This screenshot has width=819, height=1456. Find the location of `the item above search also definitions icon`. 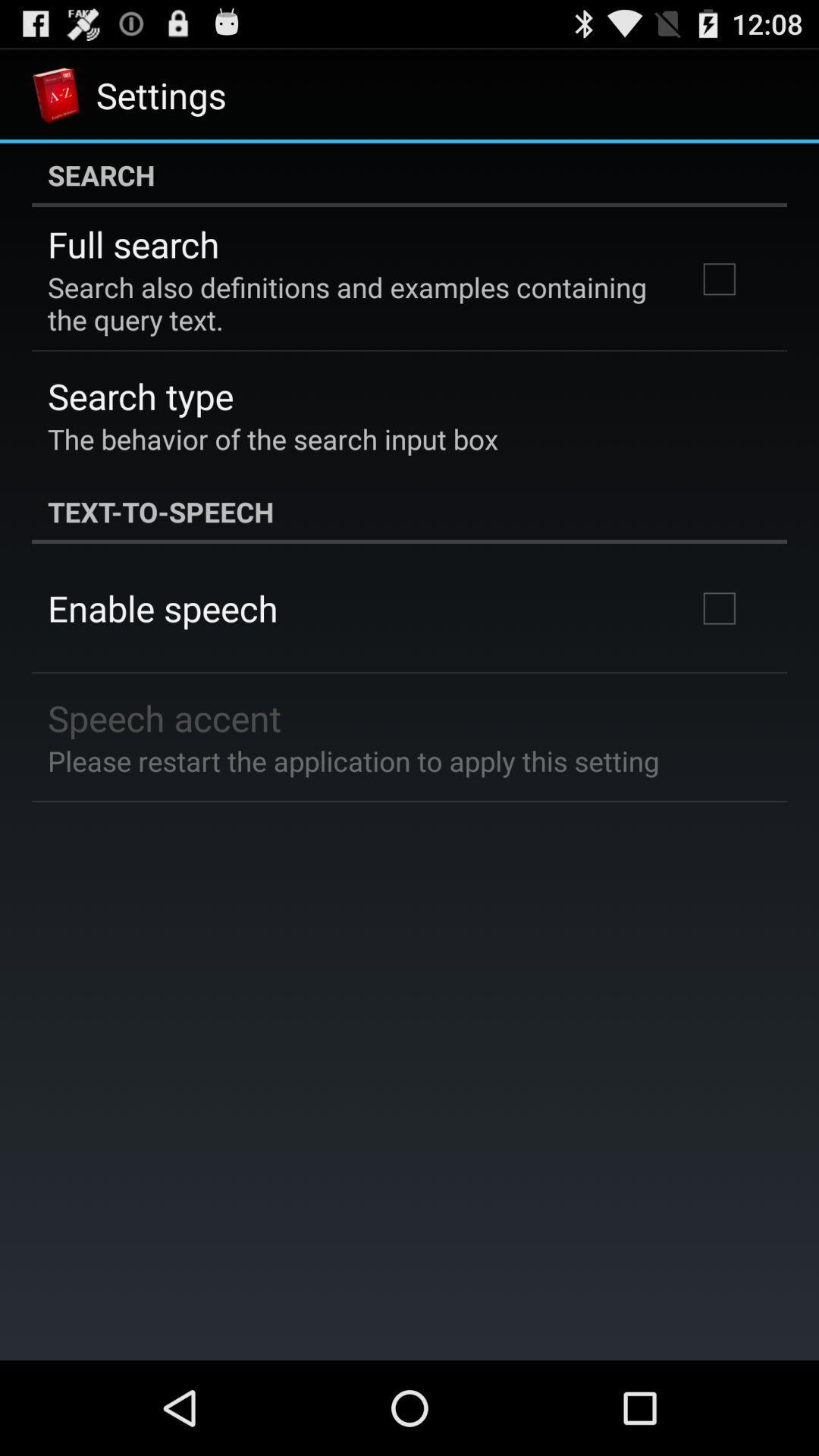

the item above search also definitions icon is located at coordinates (133, 244).